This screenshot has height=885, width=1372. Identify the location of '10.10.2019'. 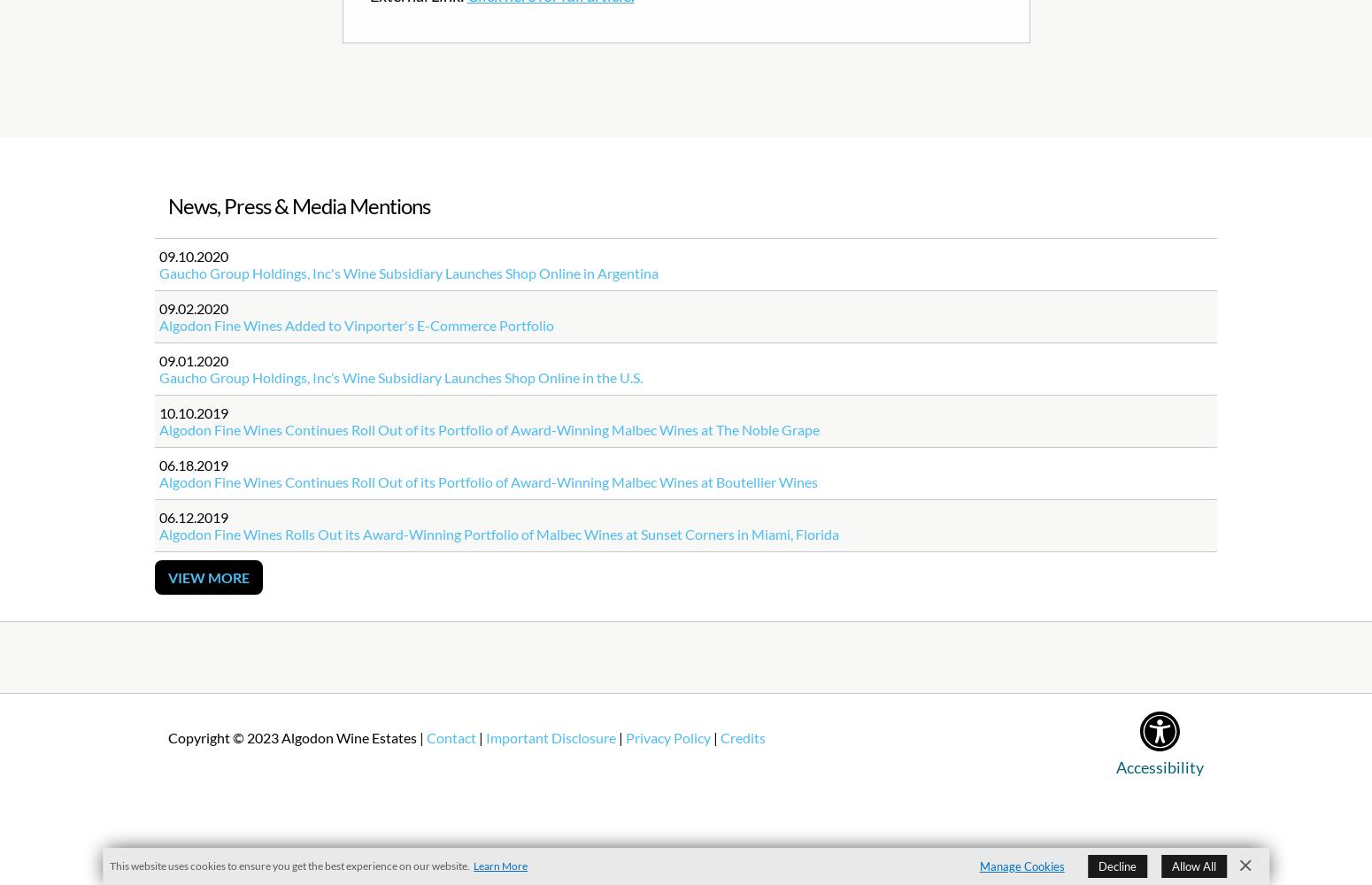
(193, 412).